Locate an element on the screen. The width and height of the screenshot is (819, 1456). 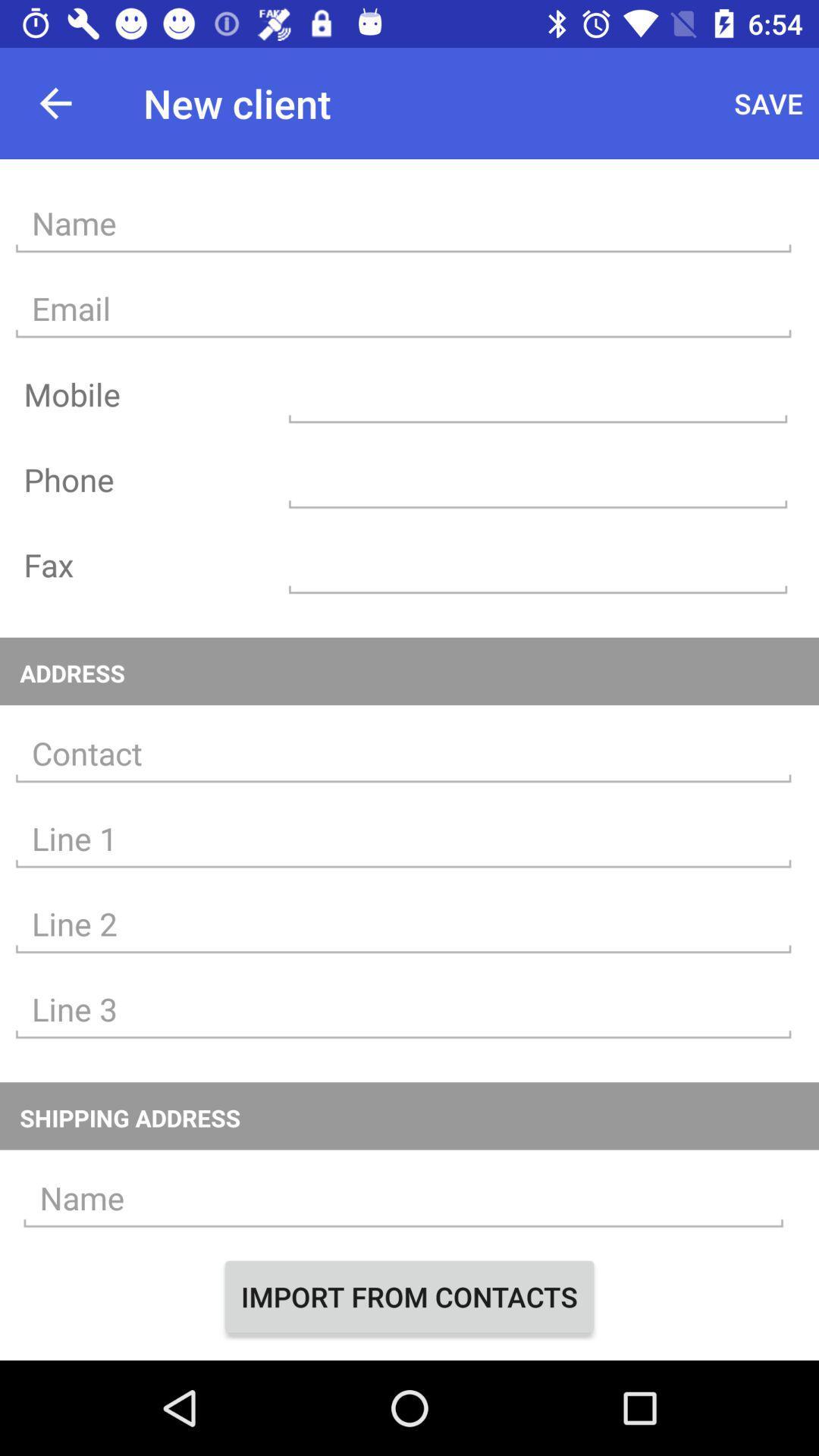
input information is located at coordinates (403, 1009).